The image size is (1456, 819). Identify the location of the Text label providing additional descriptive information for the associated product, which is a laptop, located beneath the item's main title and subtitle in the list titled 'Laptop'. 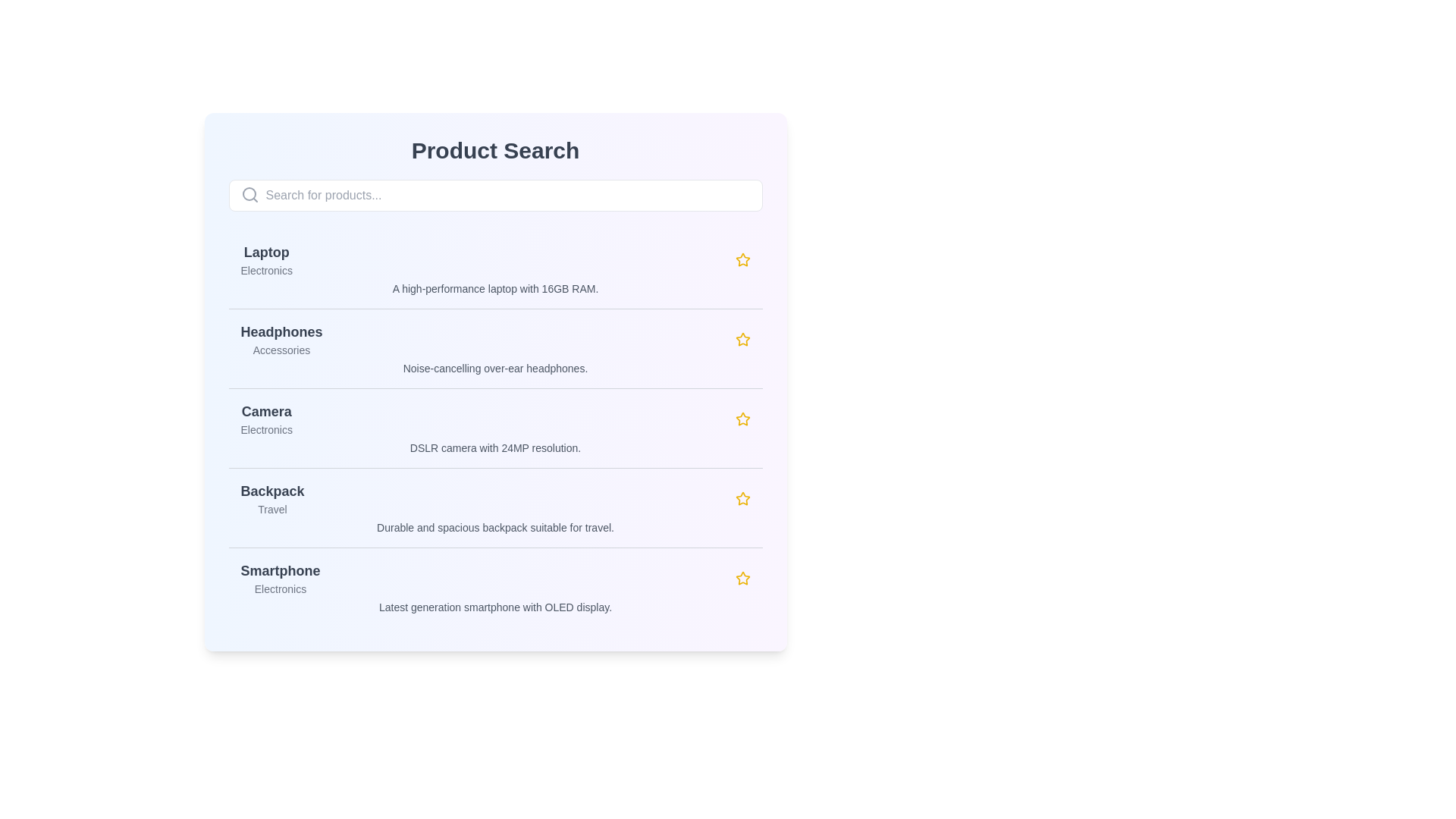
(495, 289).